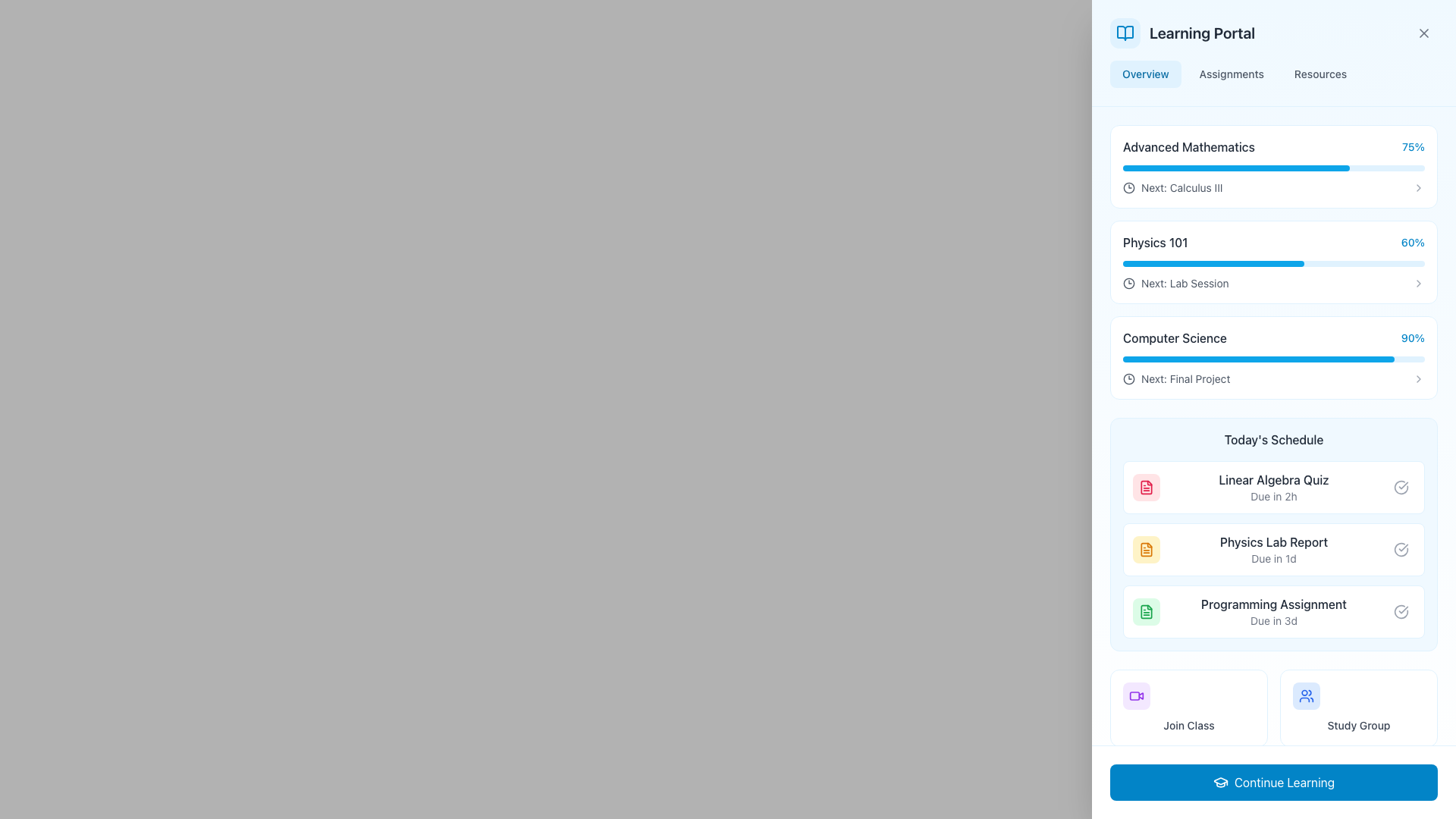 The image size is (1456, 819). What do you see at coordinates (1147, 550) in the screenshot?
I see `the 'Physics Lab Report' icon located in the 'Today's Schedule' section, positioned between the 'Linear Algebra Quiz' and 'Programming Assignment' entries` at bounding box center [1147, 550].